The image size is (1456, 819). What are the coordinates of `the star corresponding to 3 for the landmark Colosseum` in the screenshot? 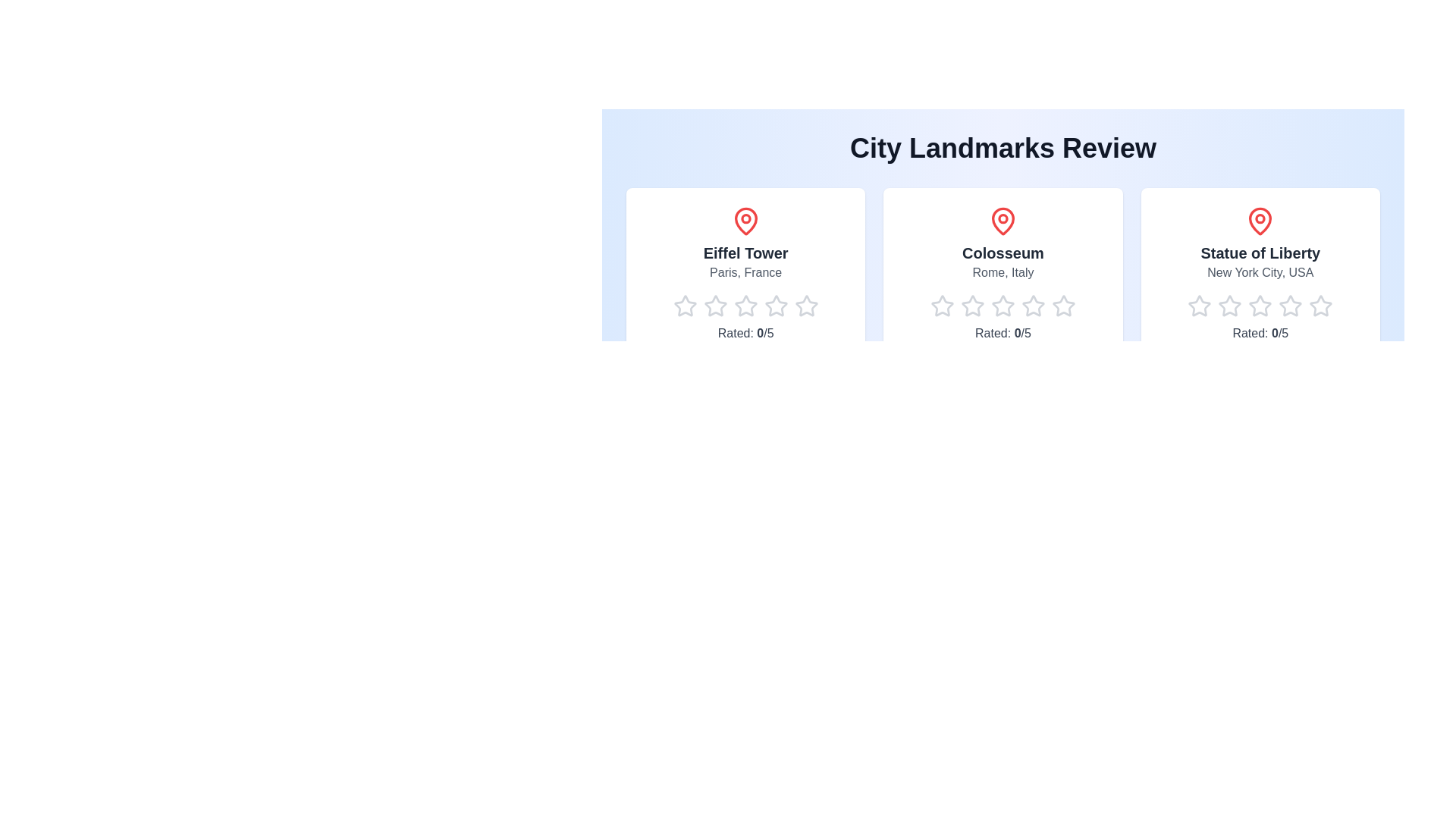 It's located at (990, 306).